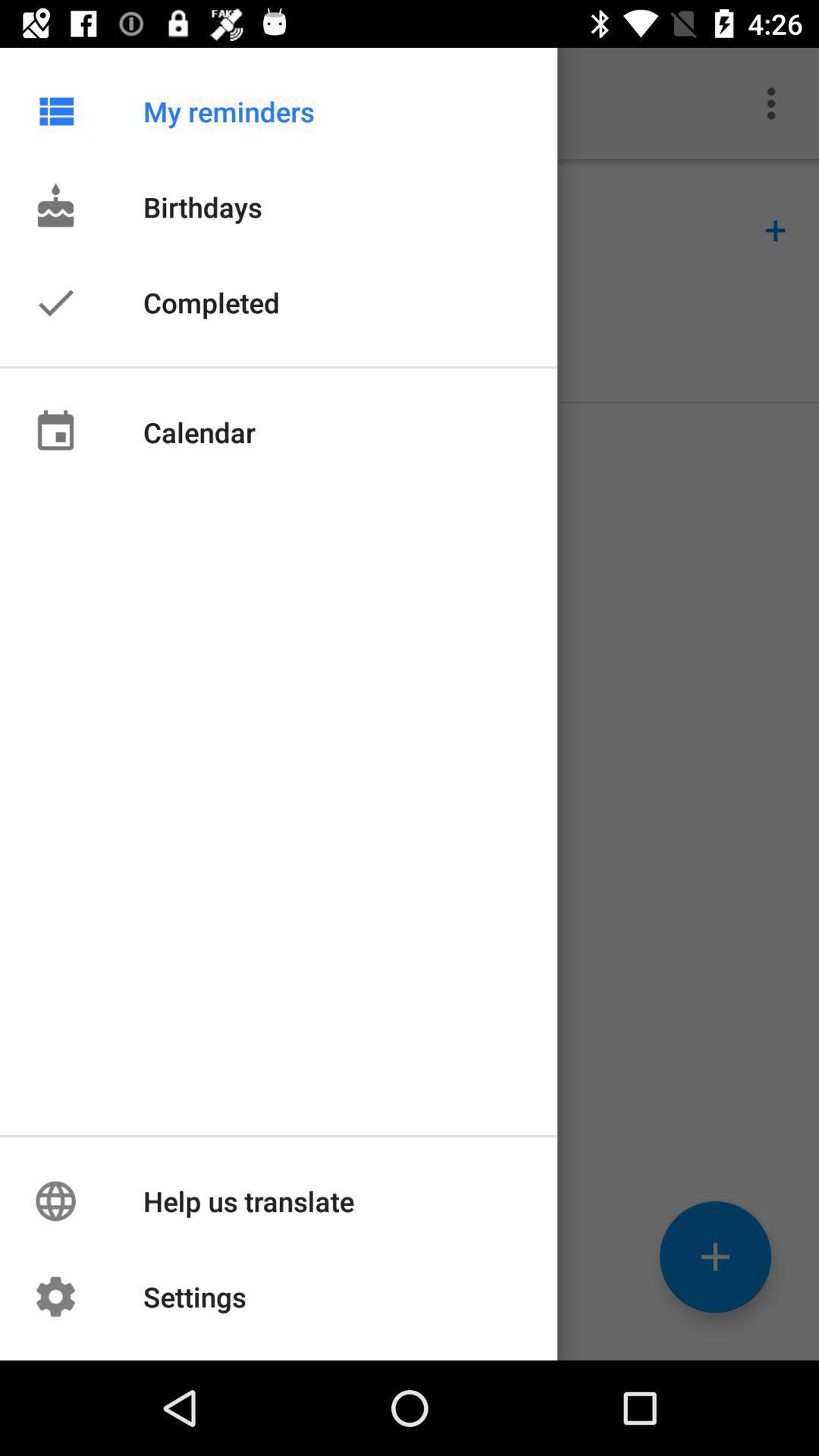 This screenshot has height=1456, width=819. What do you see at coordinates (715, 1257) in the screenshot?
I see `the add icon` at bounding box center [715, 1257].